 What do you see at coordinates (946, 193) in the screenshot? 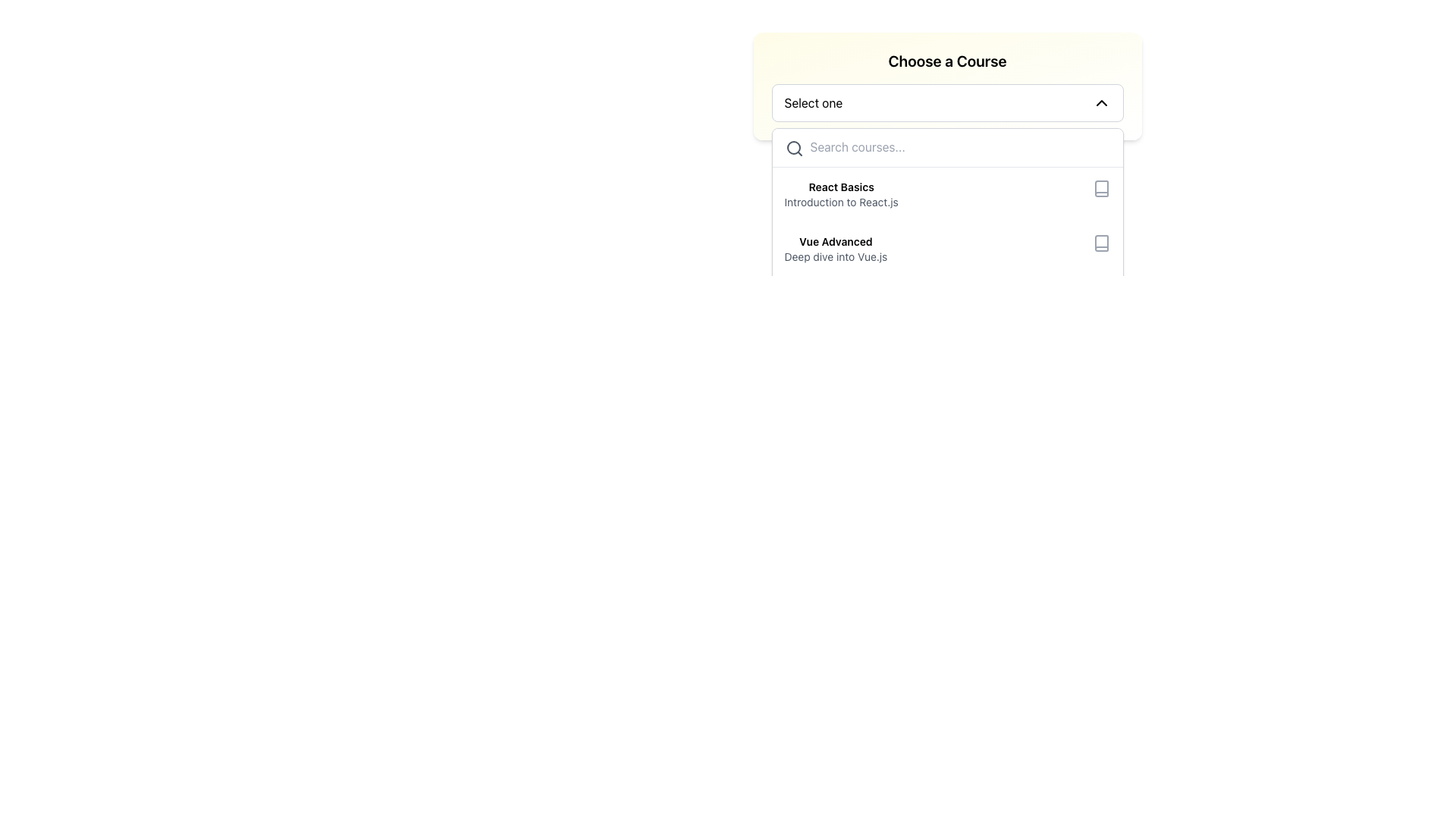
I see `the first selectable course option in the list` at bounding box center [946, 193].